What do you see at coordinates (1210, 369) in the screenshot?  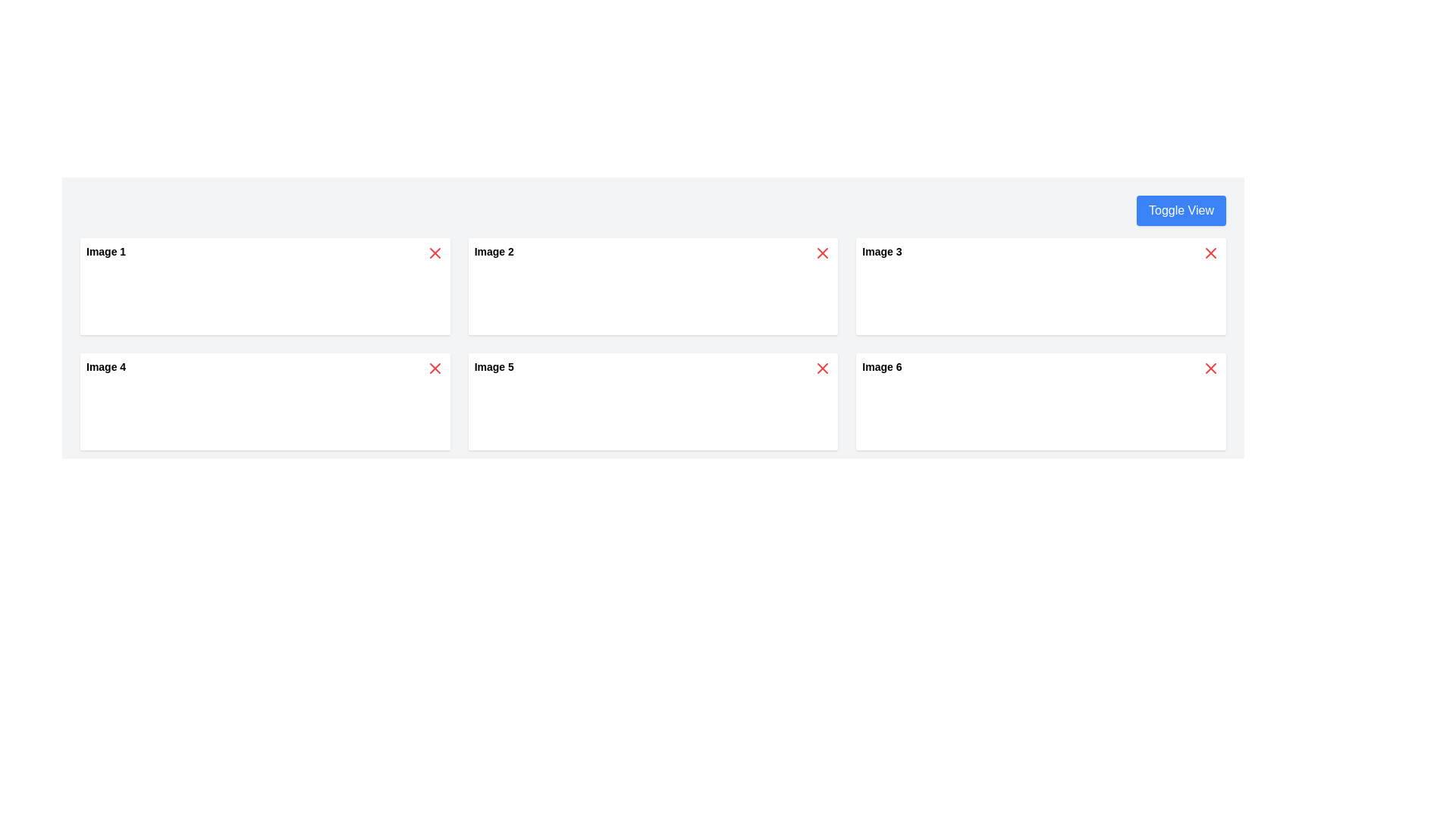 I see `the small red 'X' button located at the top-right corner of the white box labeled 'Image 6'` at bounding box center [1210, 369].